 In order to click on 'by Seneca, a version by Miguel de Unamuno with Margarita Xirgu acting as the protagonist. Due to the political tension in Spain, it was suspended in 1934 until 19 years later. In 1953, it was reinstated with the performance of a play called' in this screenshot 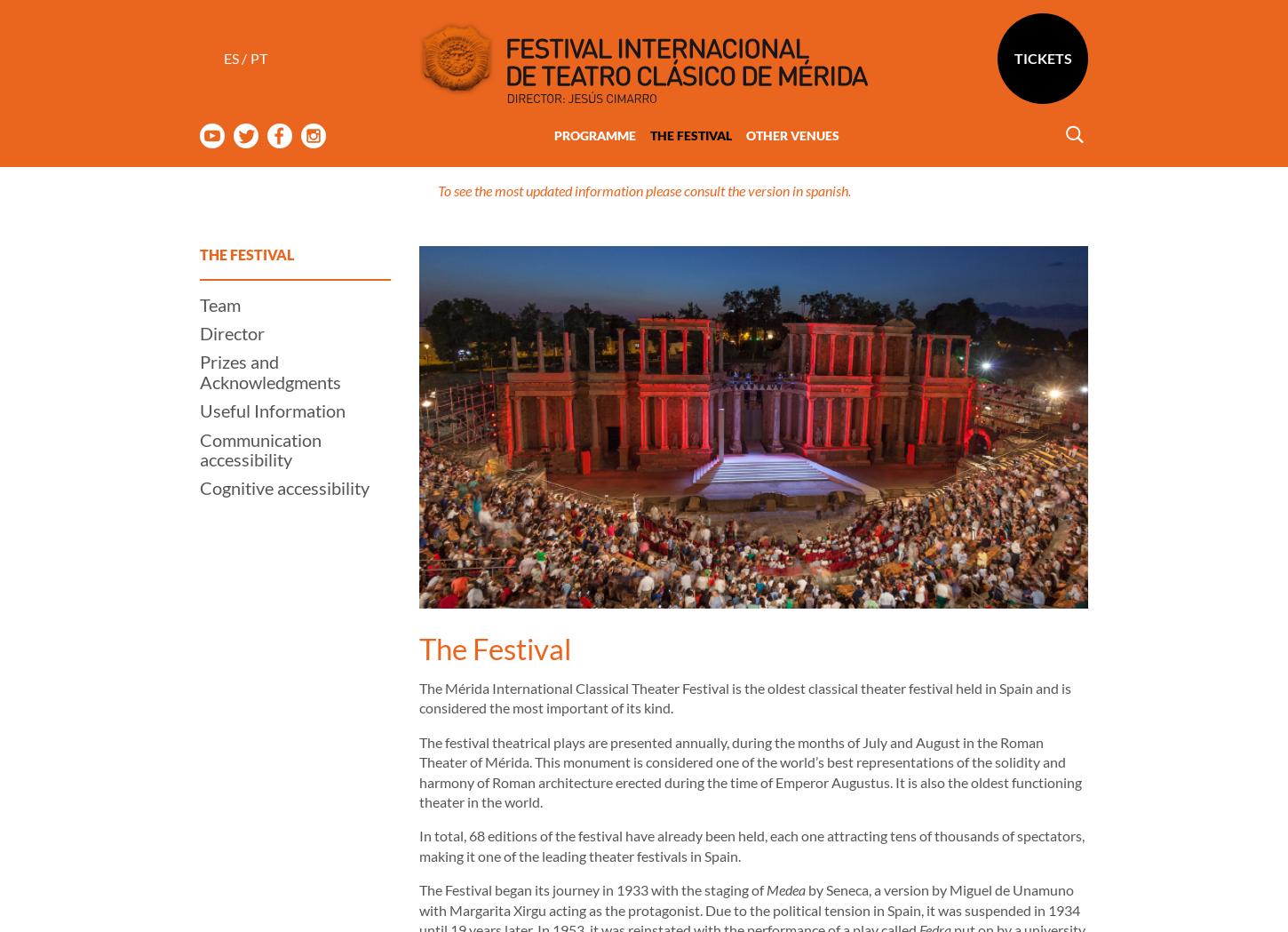, I will do `click(750, 838)`.